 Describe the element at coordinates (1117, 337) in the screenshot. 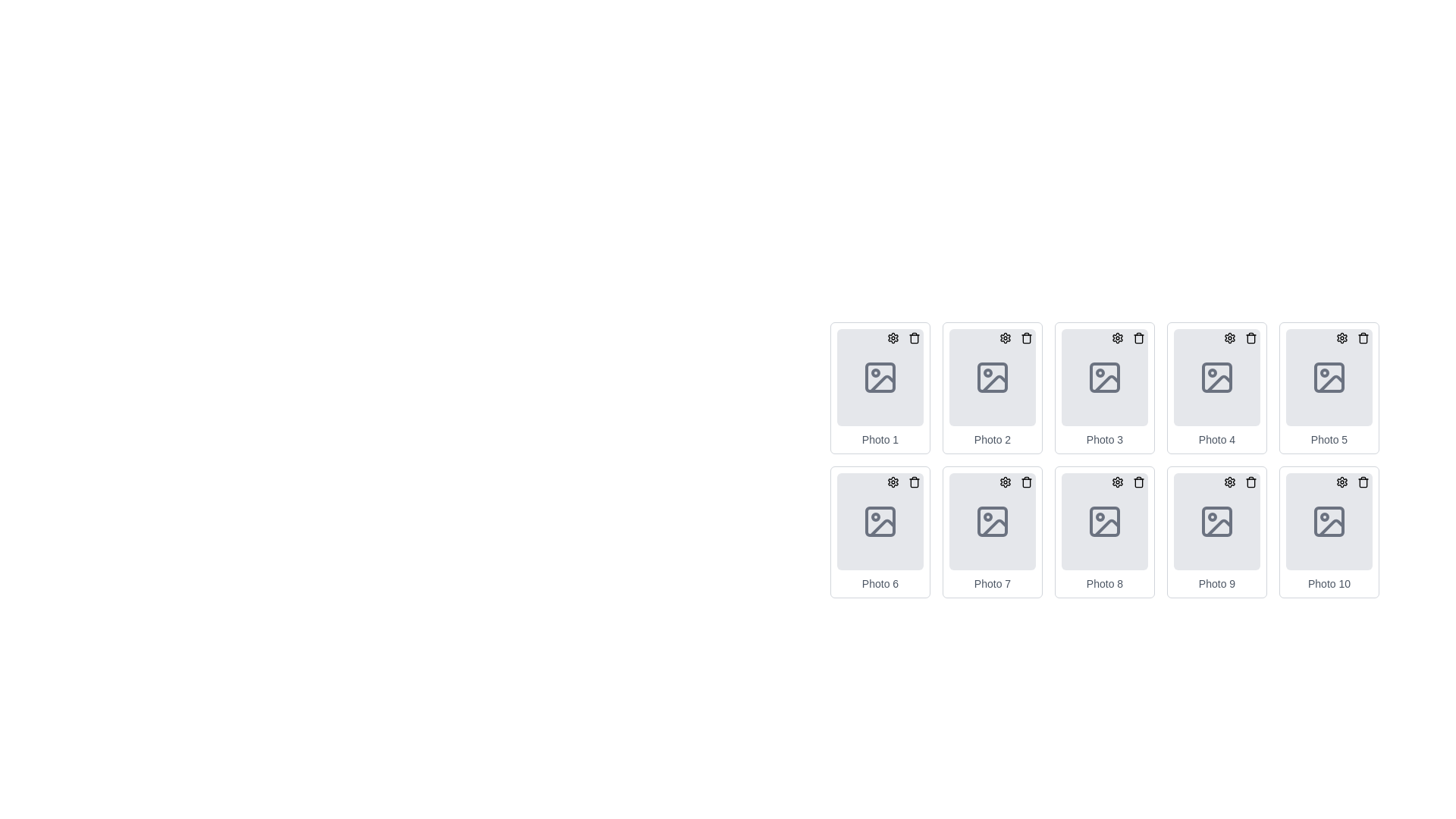

I see `the gear-shaped settings icon located in the top-right corner of the 'Photo 3' card` at that location.